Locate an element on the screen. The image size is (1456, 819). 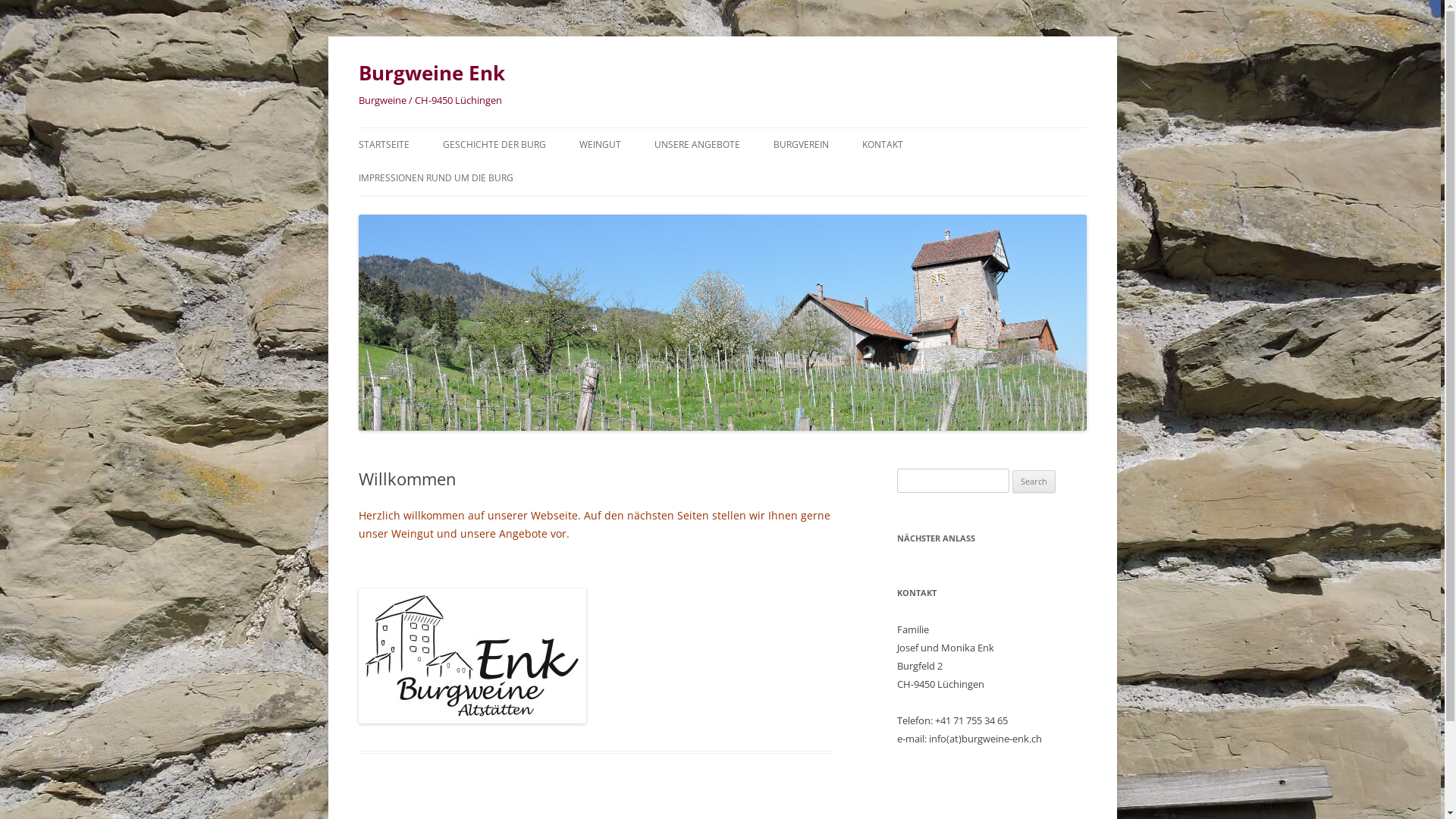
'IMPRESSIONEN RUND UM DIE BURG' is located at coordinates (435, 177).